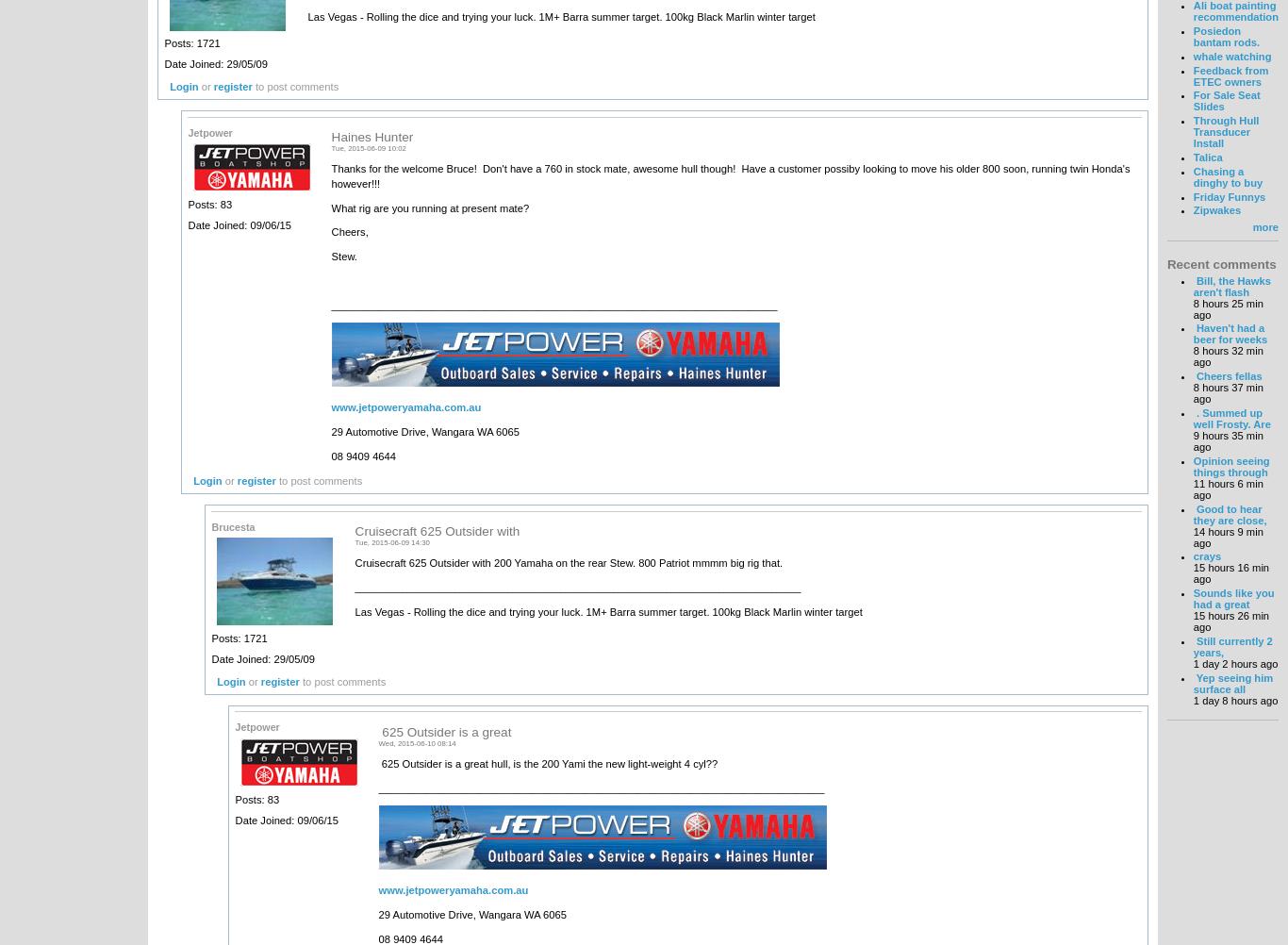 This screenshot has width=1288, height=945. What do you see at coordinates (1192, 621) in the screenshot?
I see `'15 hours 26 min ago'` at bounding box center [1192, 621].